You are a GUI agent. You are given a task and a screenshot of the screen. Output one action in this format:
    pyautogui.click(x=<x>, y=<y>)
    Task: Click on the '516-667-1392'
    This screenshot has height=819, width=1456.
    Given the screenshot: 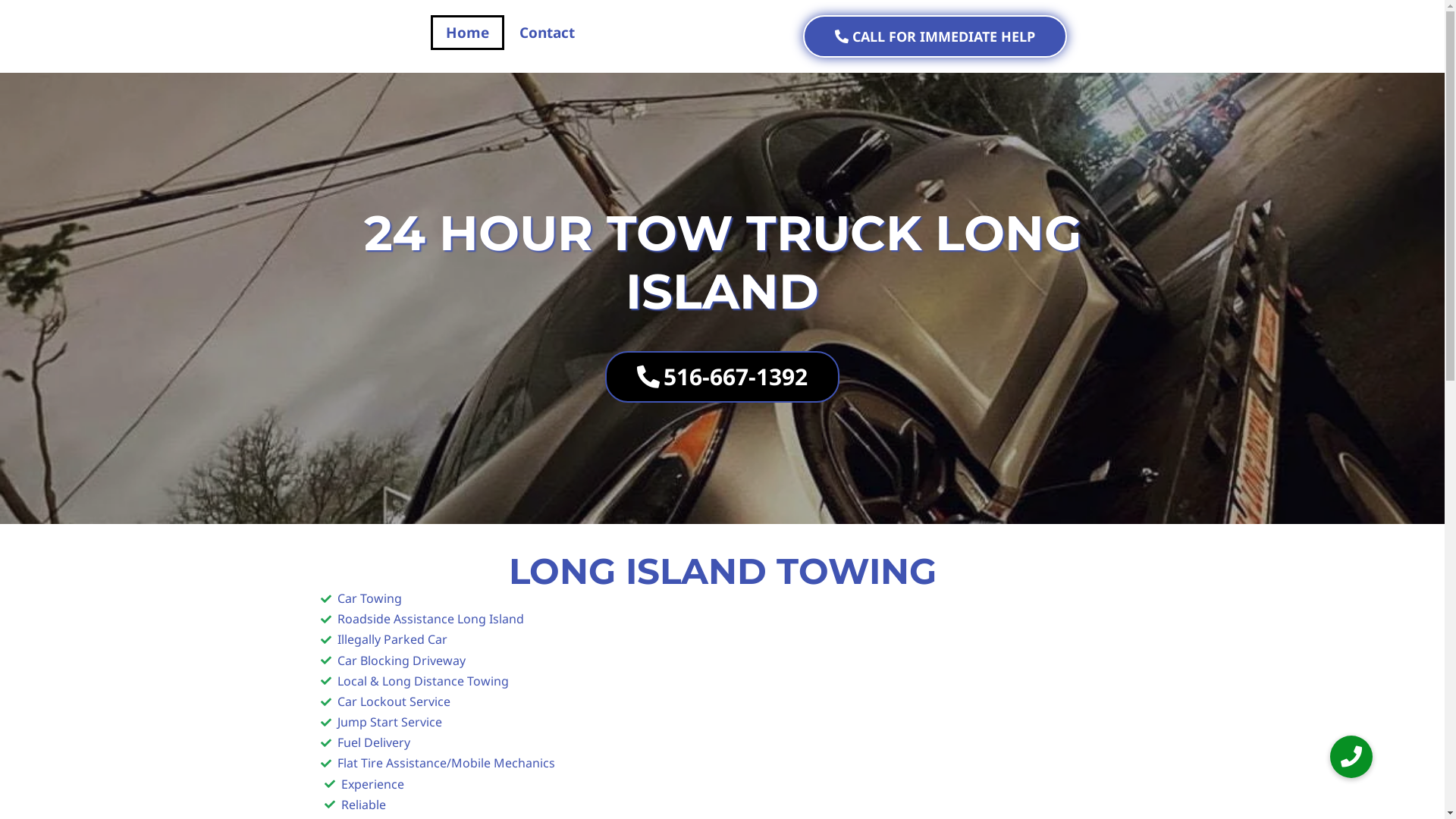 What is the action you would take?
    pyautogui.click(x=721, y=376)
    